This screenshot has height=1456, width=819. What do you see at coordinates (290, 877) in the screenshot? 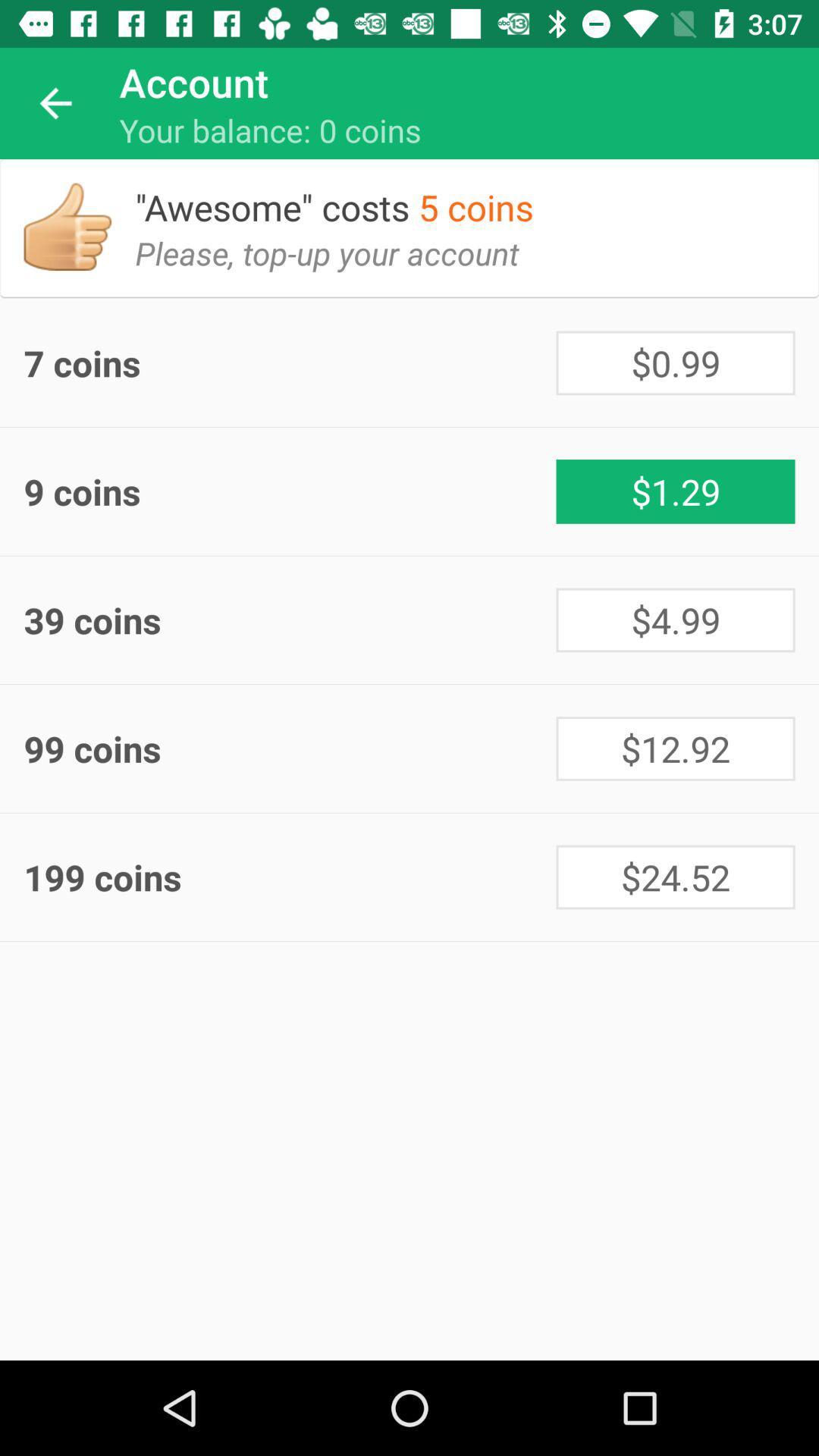
I see `199 coins` at bounding box center [290, 877].